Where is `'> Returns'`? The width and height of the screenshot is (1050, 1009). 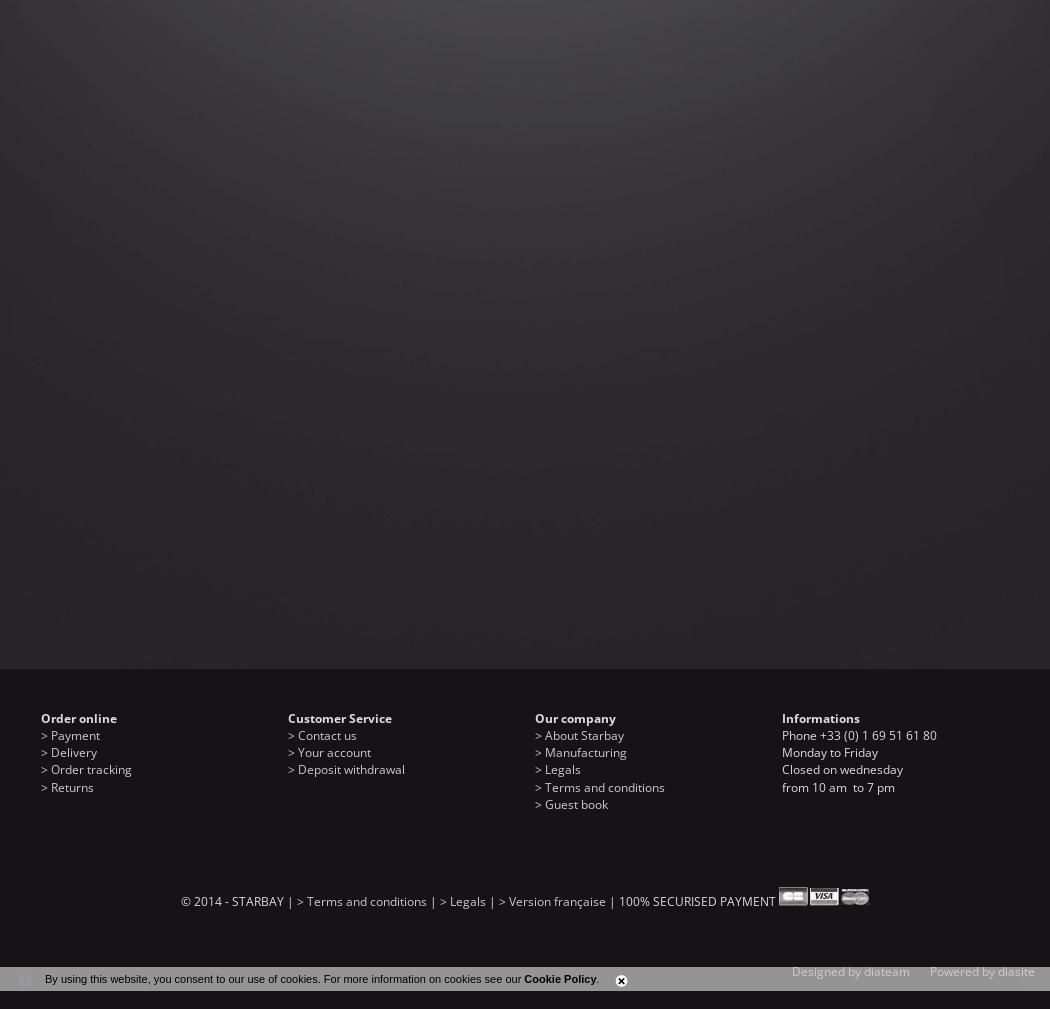 '> Returns' is located at coordinates (65, 786).